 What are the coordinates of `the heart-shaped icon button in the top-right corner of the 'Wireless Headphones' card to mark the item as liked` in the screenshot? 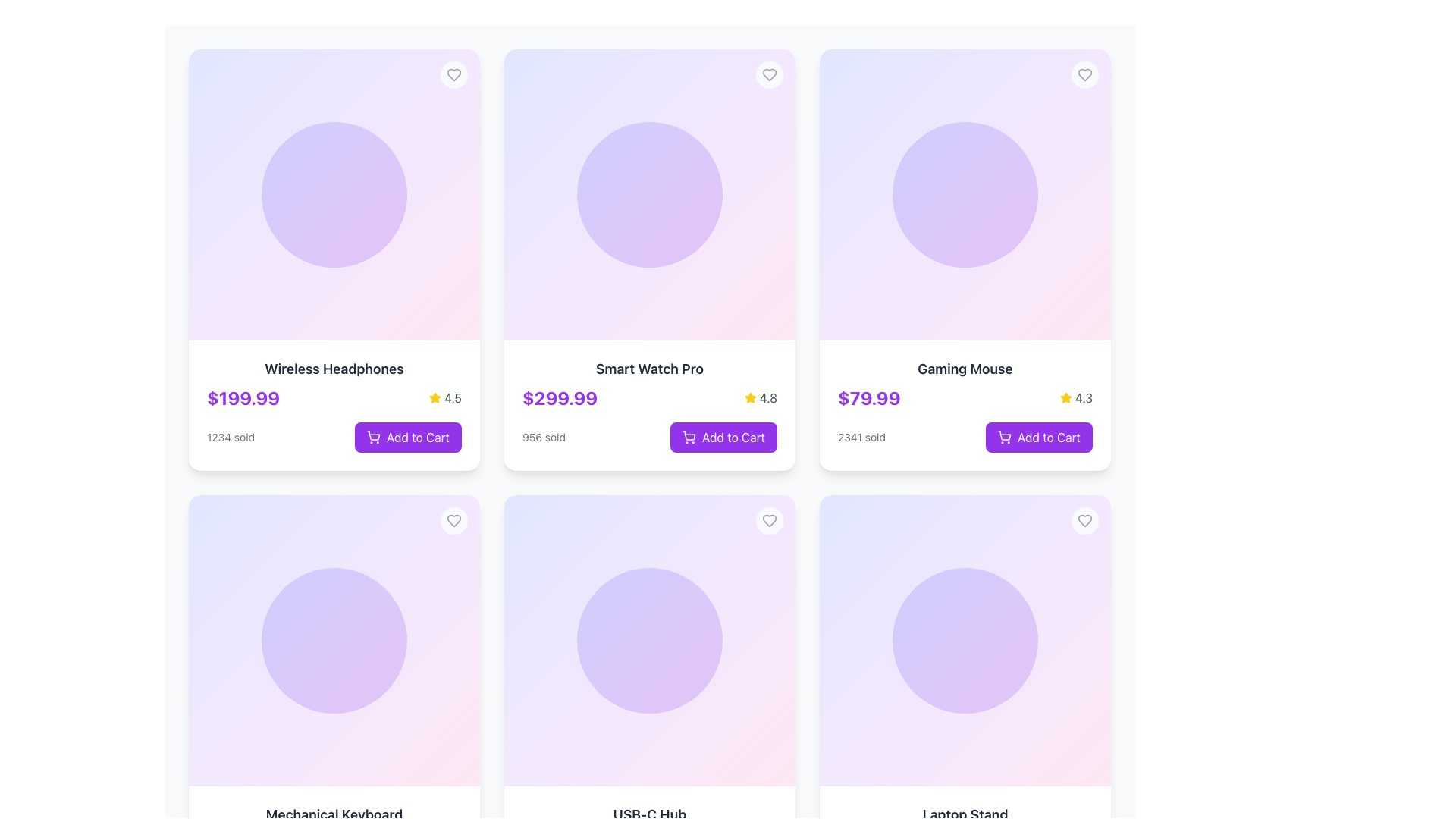 It's located at (453, 75).